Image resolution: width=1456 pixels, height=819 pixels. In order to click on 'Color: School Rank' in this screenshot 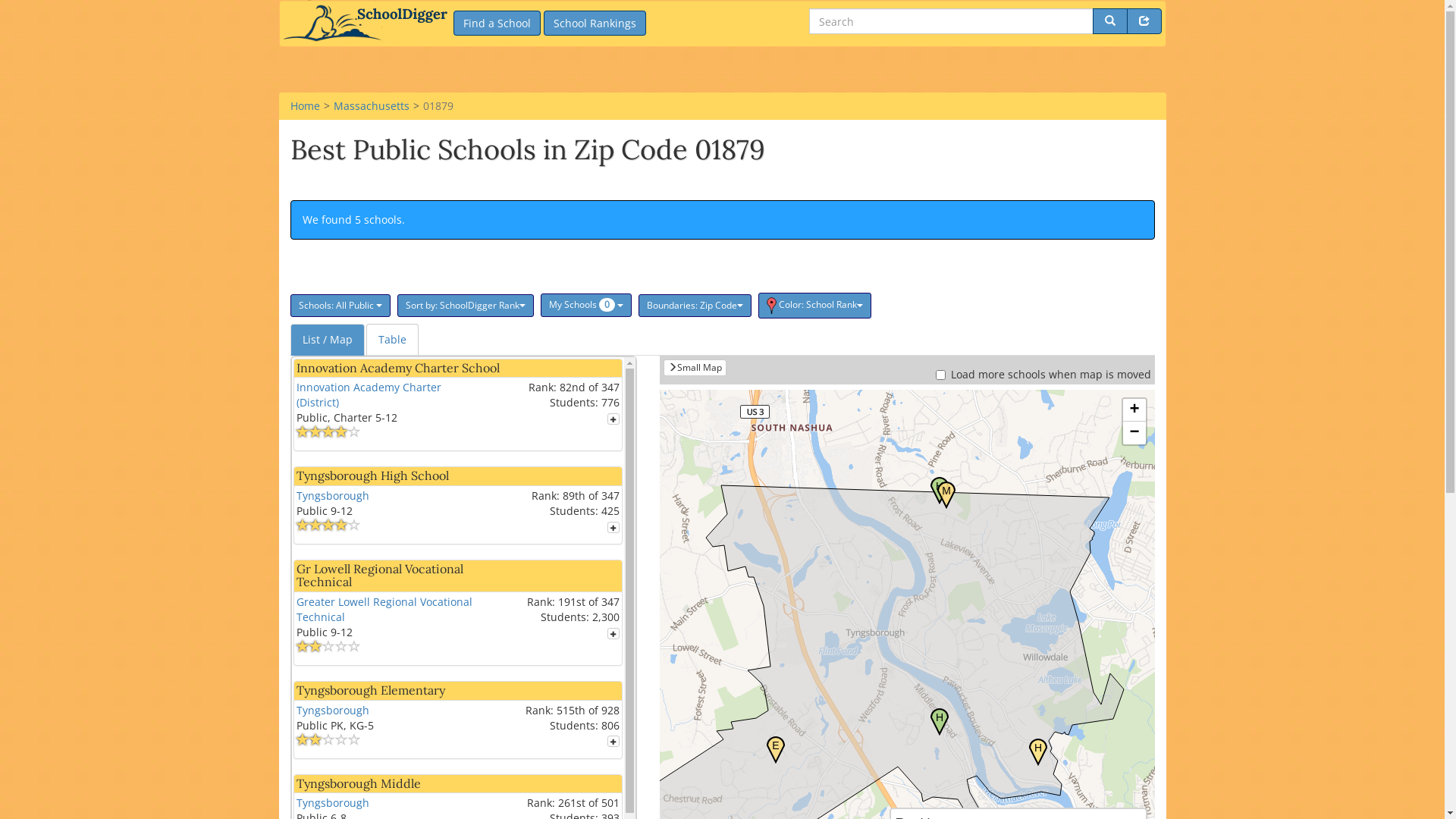, I will do `click(814, 305)`.